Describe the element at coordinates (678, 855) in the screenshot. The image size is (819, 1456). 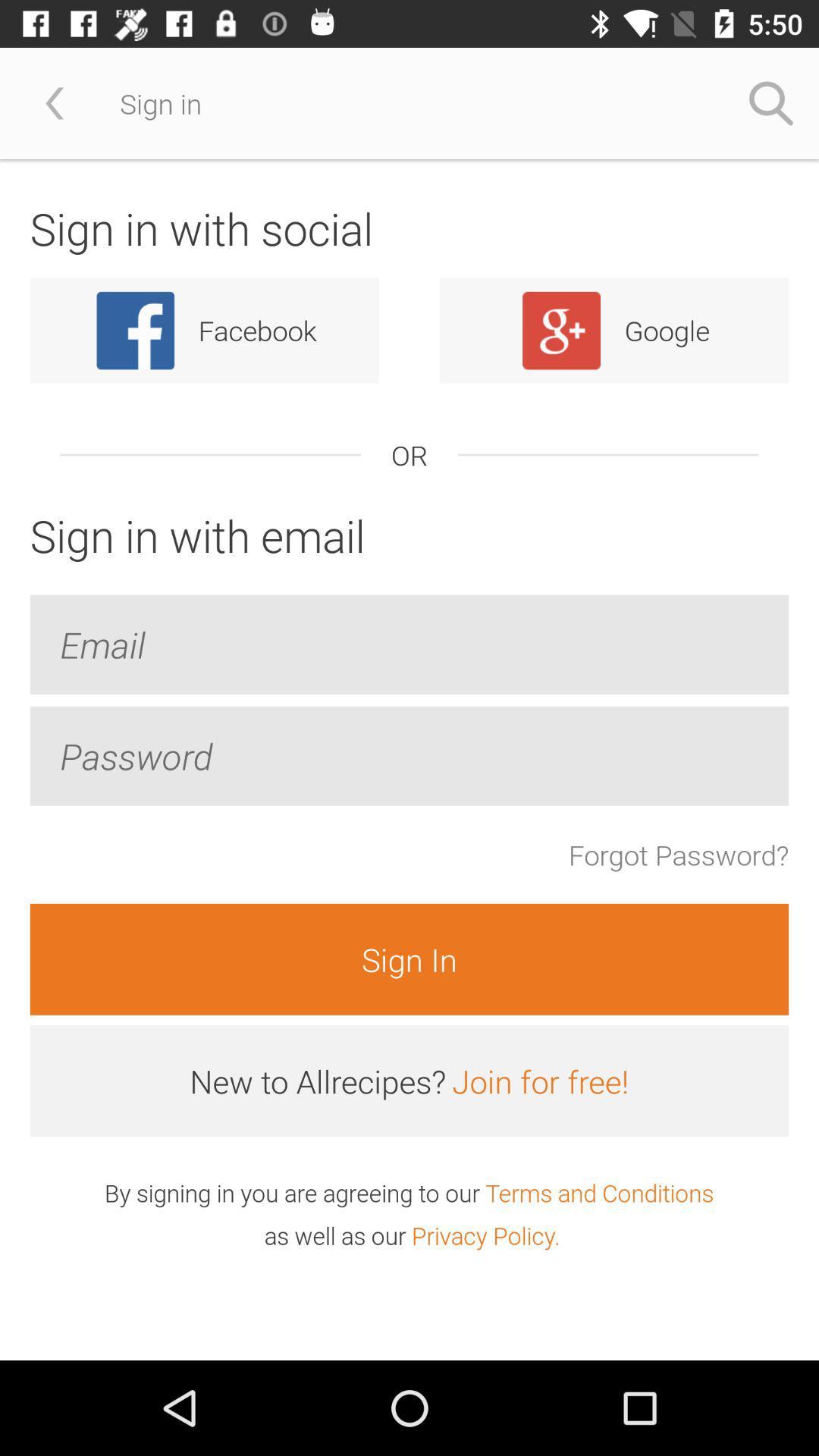
I see `the forgot password? icon` at that location.